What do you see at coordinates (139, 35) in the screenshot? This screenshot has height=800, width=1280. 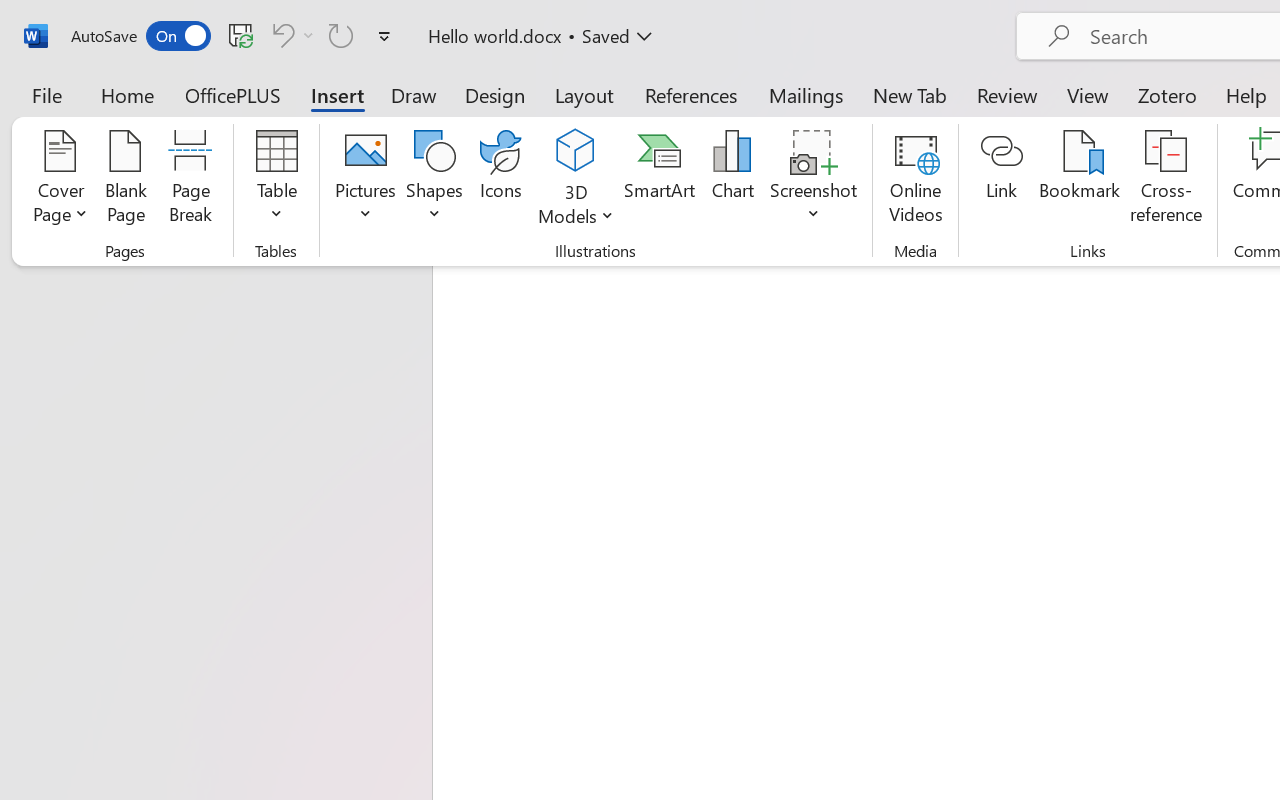 I see `'AutoSave'` at bounding box center [139, 35].